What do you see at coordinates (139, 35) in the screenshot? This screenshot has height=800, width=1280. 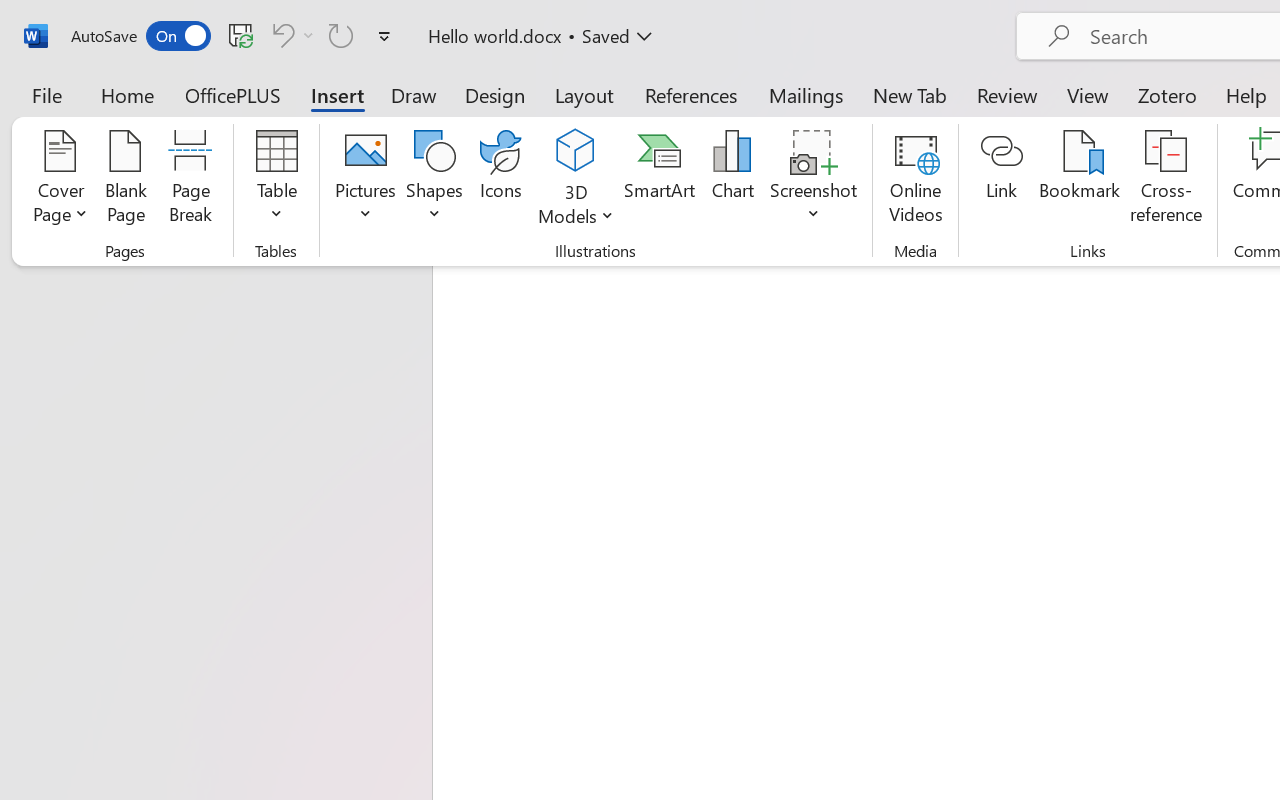 I see `'AutoSave'` at bounding box center [139, 35].